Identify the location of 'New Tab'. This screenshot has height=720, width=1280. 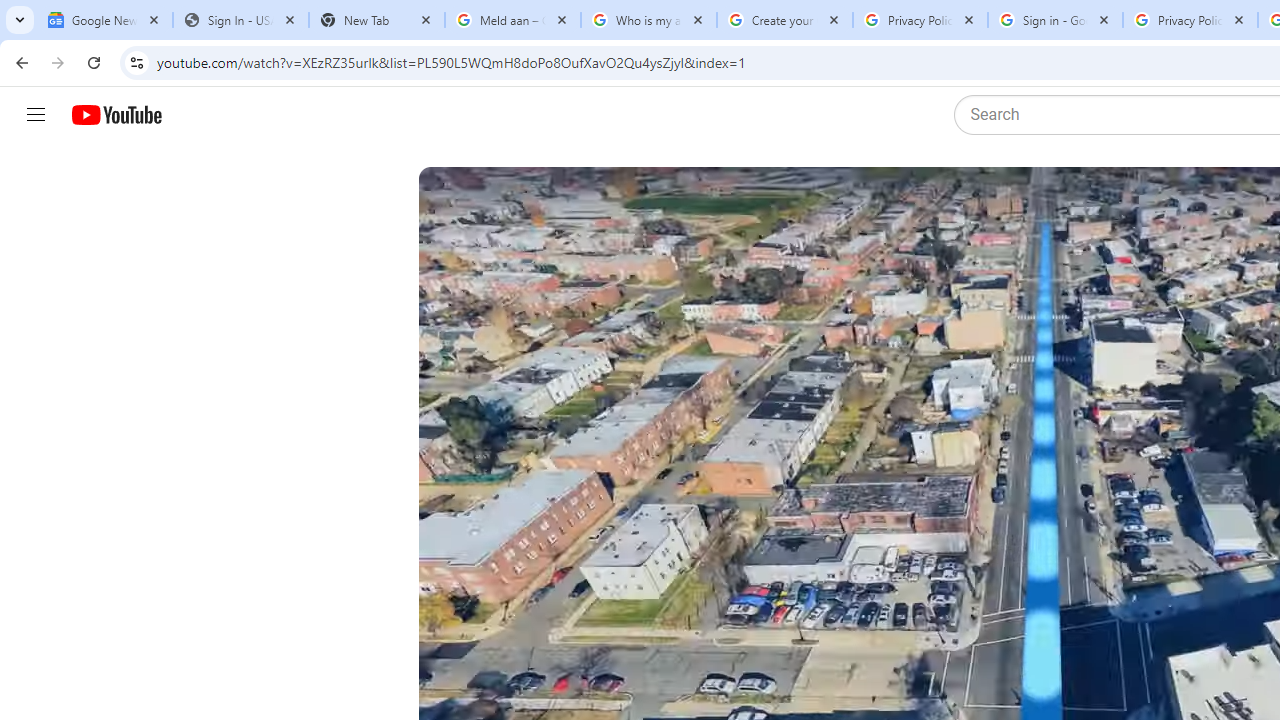
(376, 20).